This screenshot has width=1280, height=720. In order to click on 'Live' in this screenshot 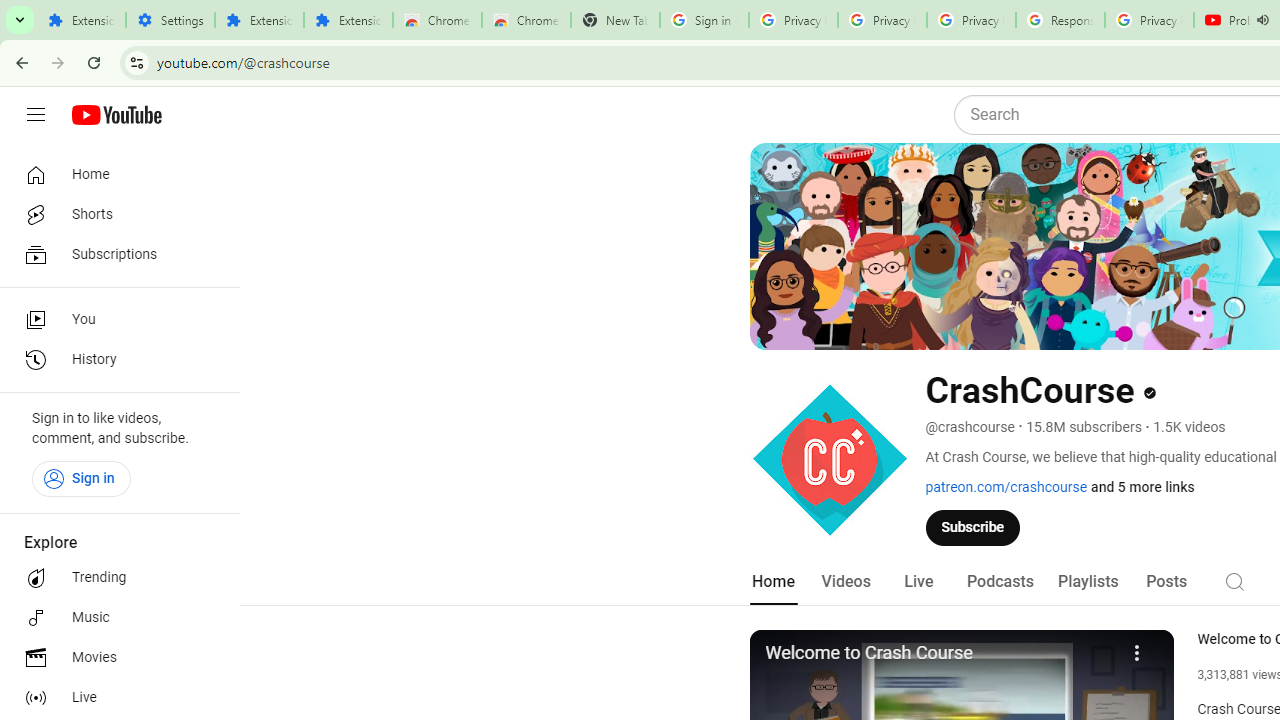, I will do `click(917, 581)`.